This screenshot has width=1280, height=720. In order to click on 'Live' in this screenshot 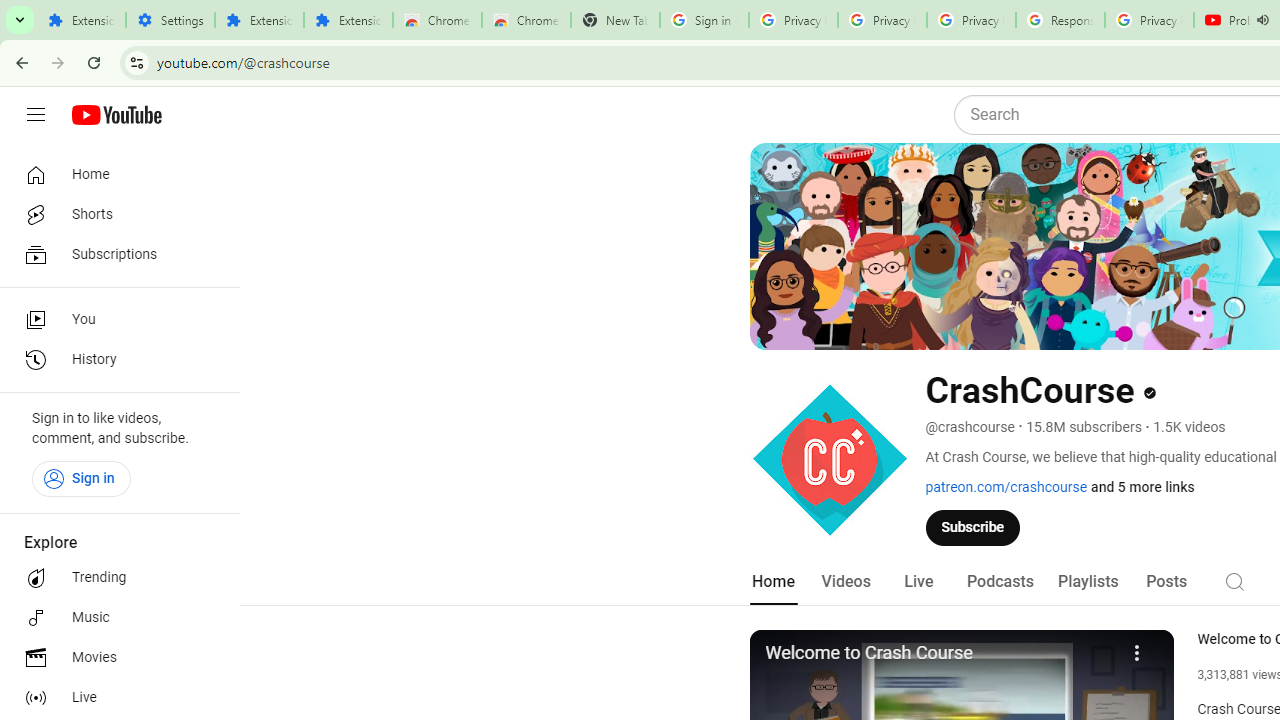, I will do `click(917, 581)`.